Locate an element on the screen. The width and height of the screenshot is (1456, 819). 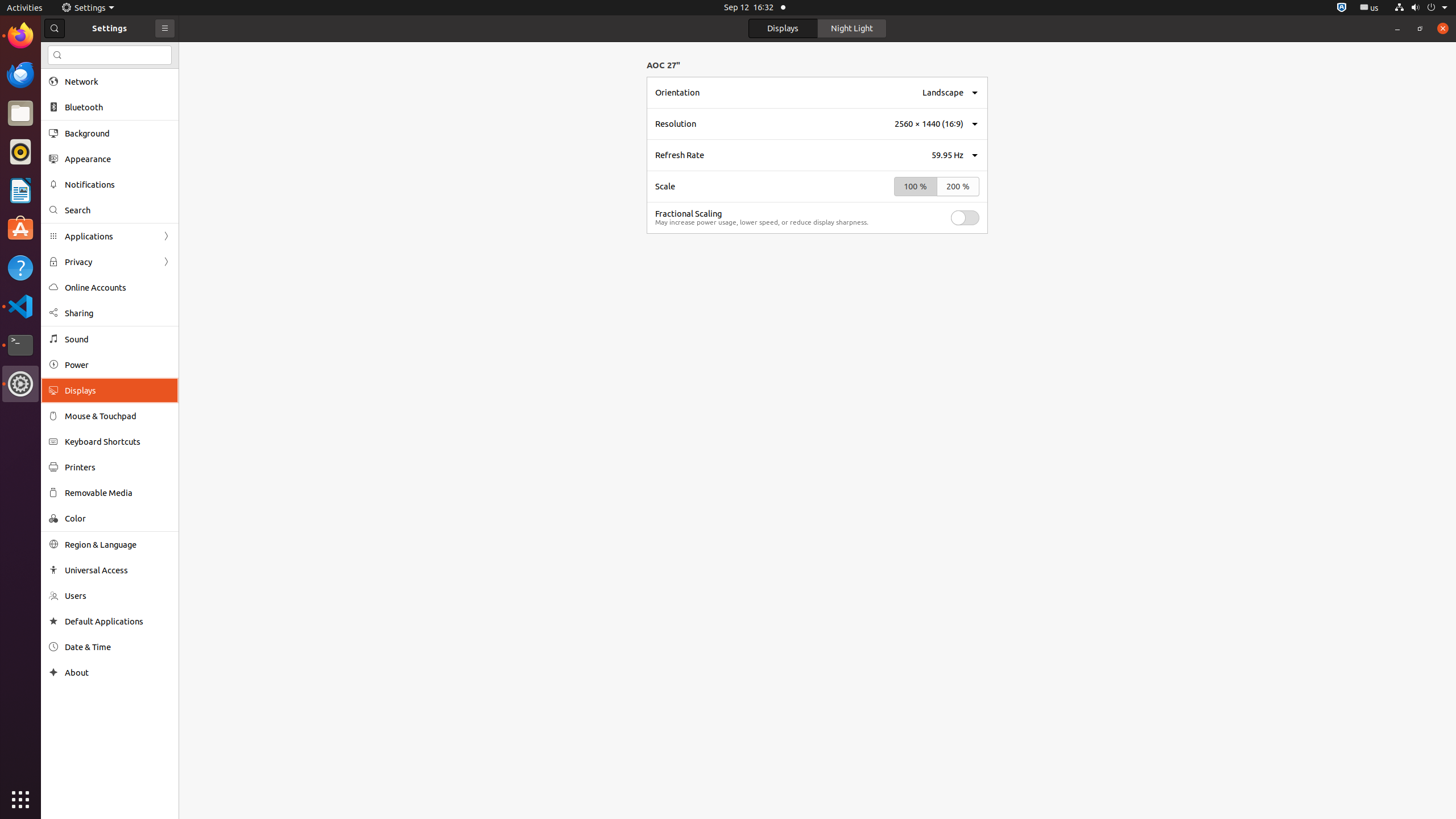
'Minimize' is located at coordinates (1397, 28).